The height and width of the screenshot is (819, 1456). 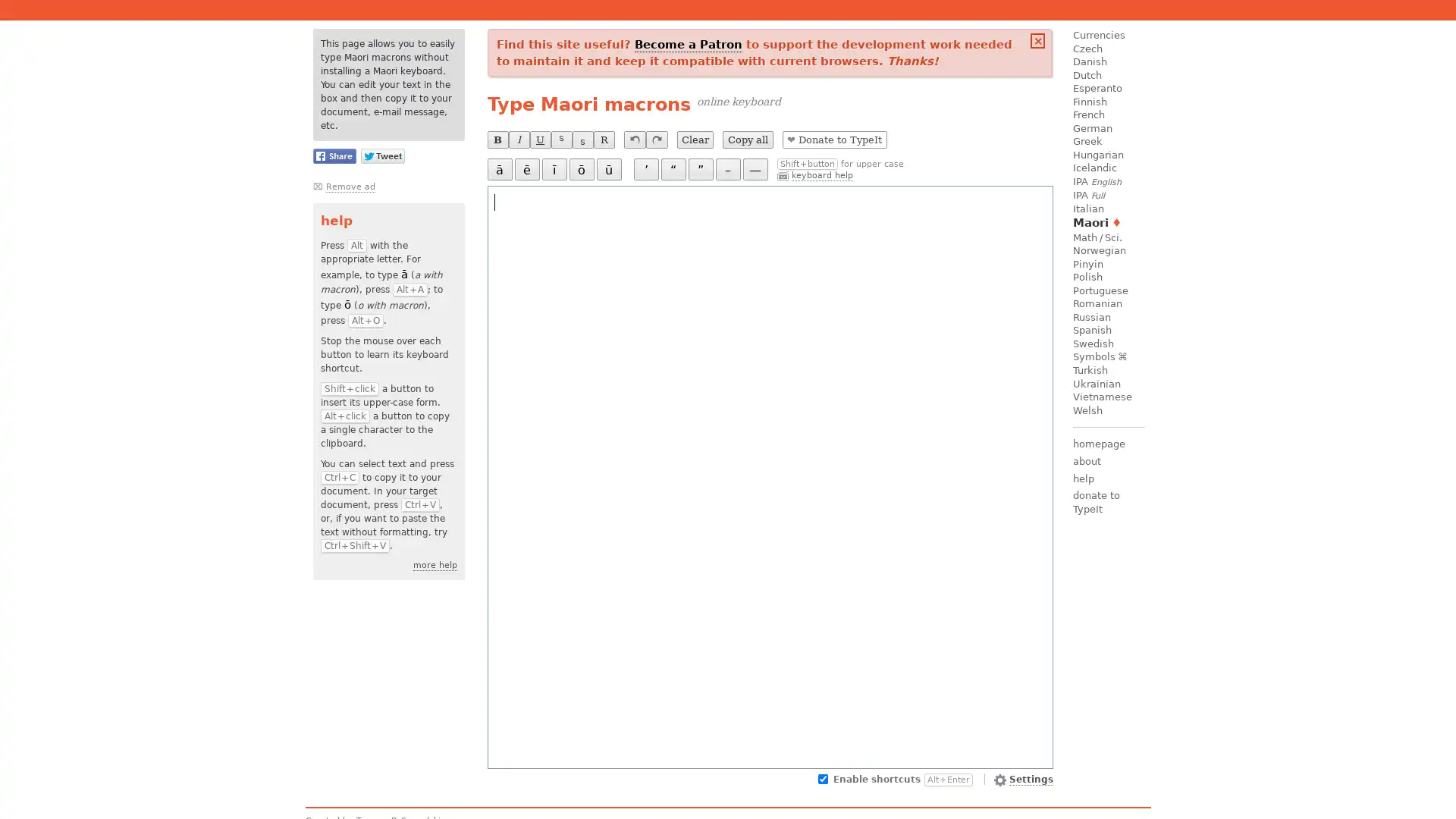 I want to click on Share this page on Twitter, so click(x=382, y=155).